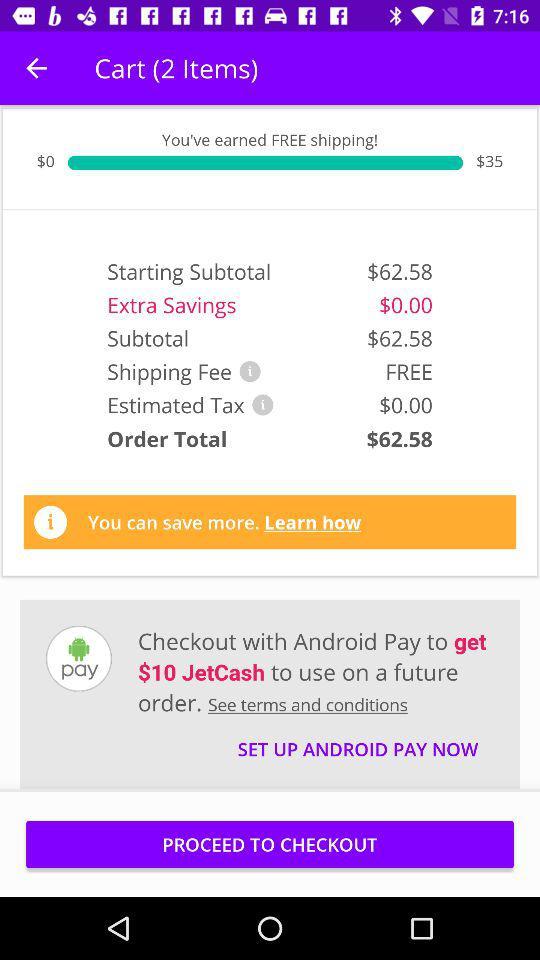 This screenshot has height=960, width=540. I want to click on icon above the $0 icon, so click(36, 68).